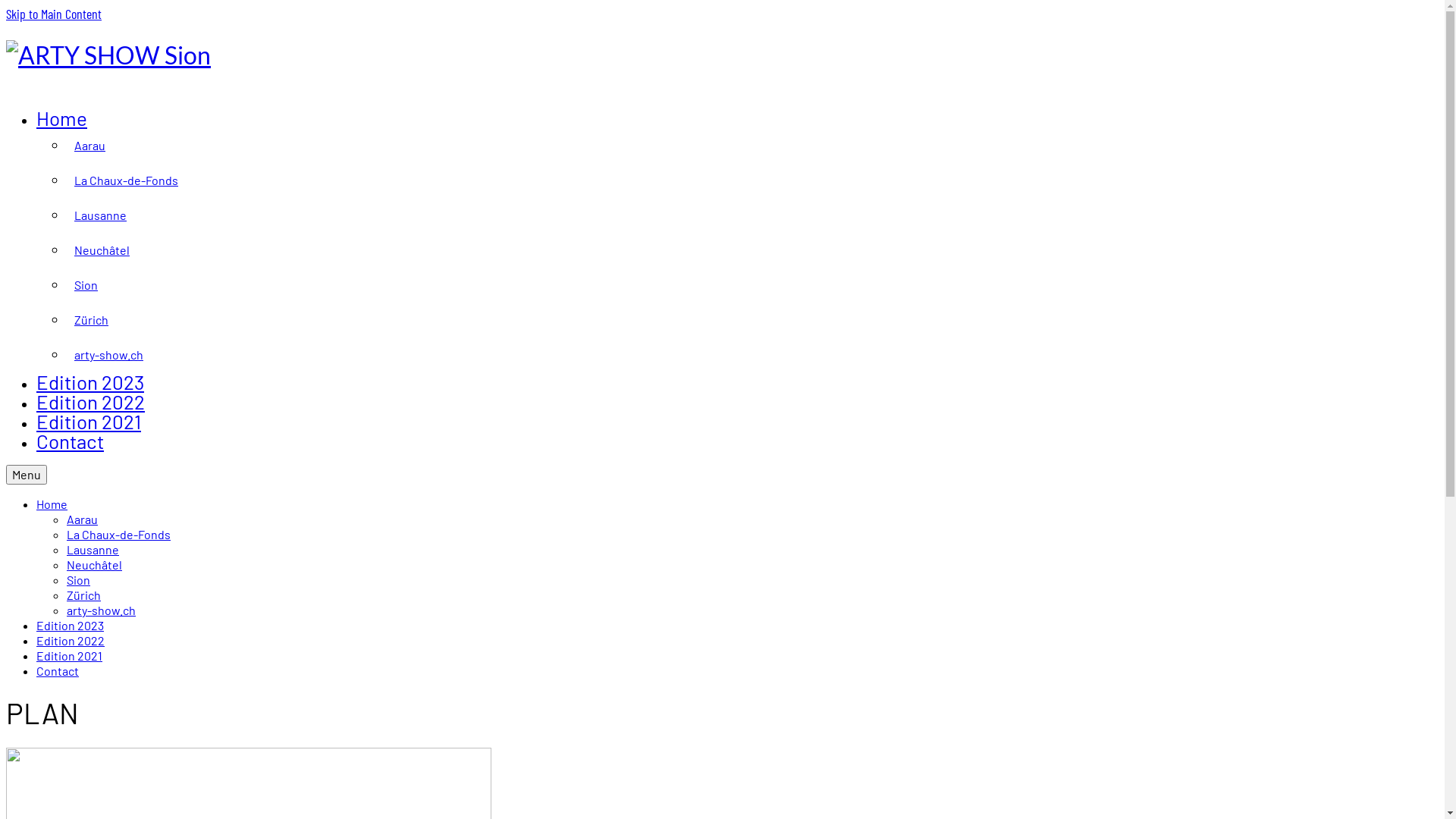  I want to click on 'arty-show.ch', so click(65, 609).